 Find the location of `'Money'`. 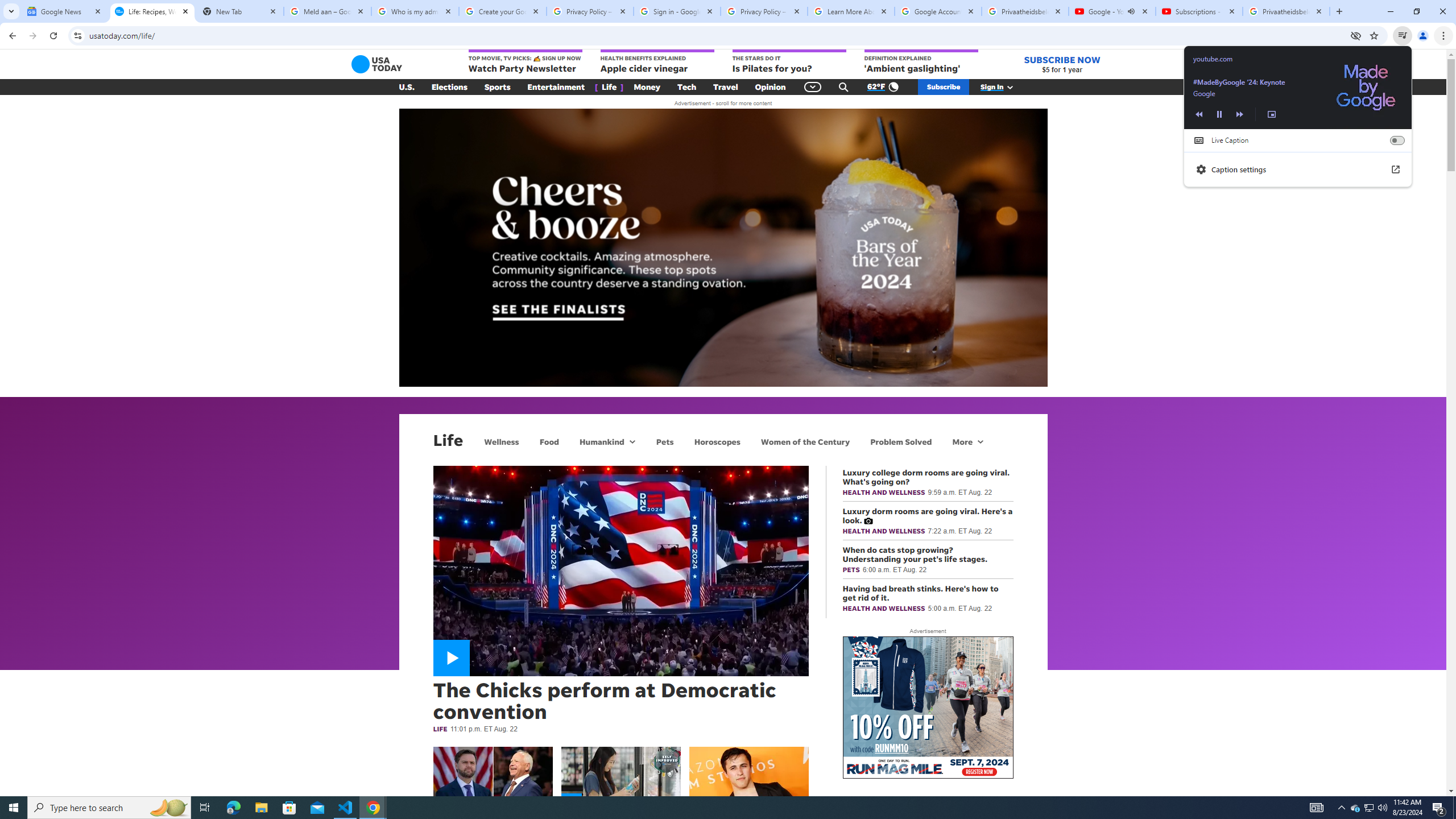

'Money' is located at coordinates (647, 87).